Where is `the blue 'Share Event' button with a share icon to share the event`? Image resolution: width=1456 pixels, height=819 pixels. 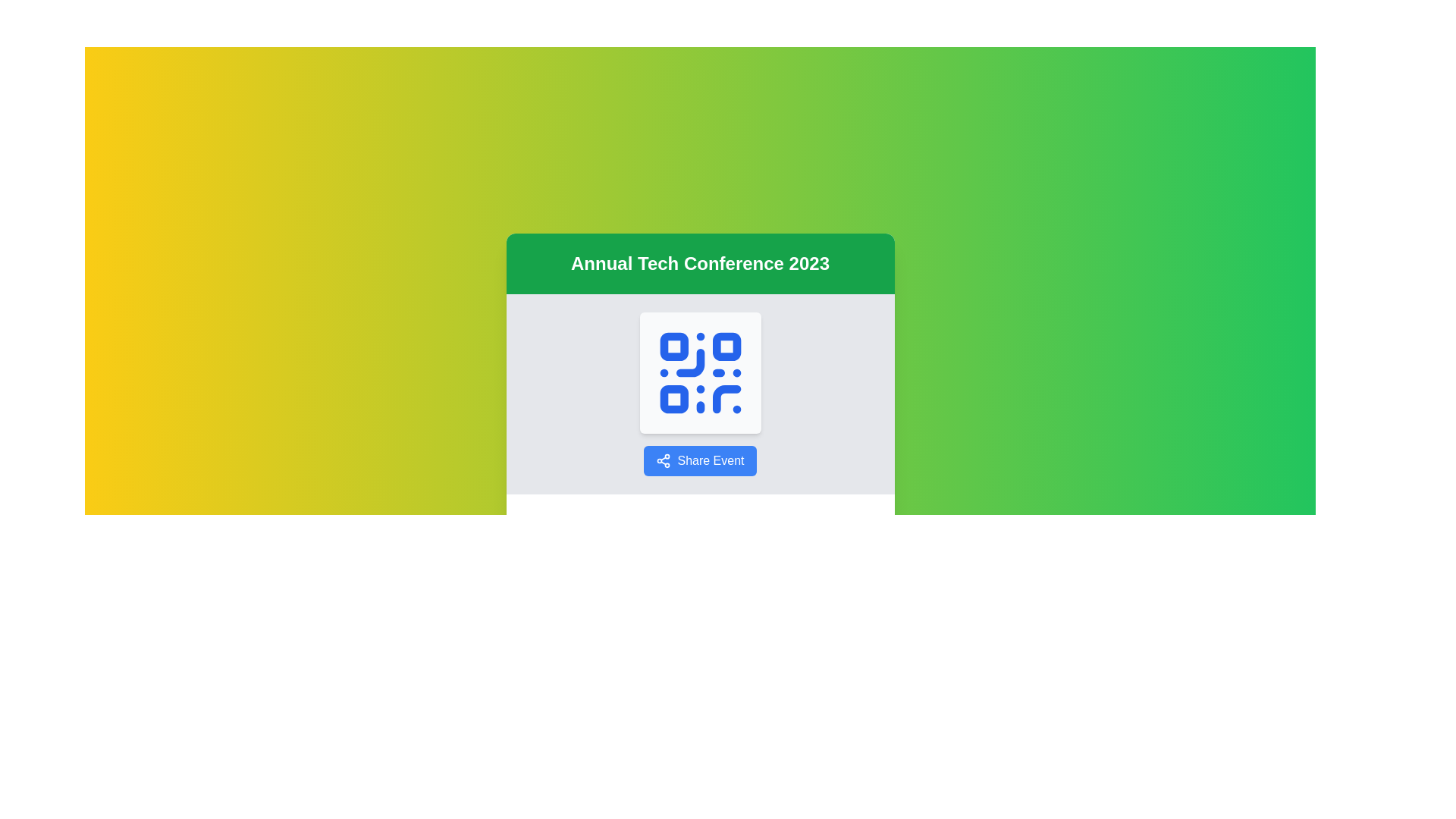
the blue 'Share Event' button with a share icon to share the event is located at coordinates (699, 460).